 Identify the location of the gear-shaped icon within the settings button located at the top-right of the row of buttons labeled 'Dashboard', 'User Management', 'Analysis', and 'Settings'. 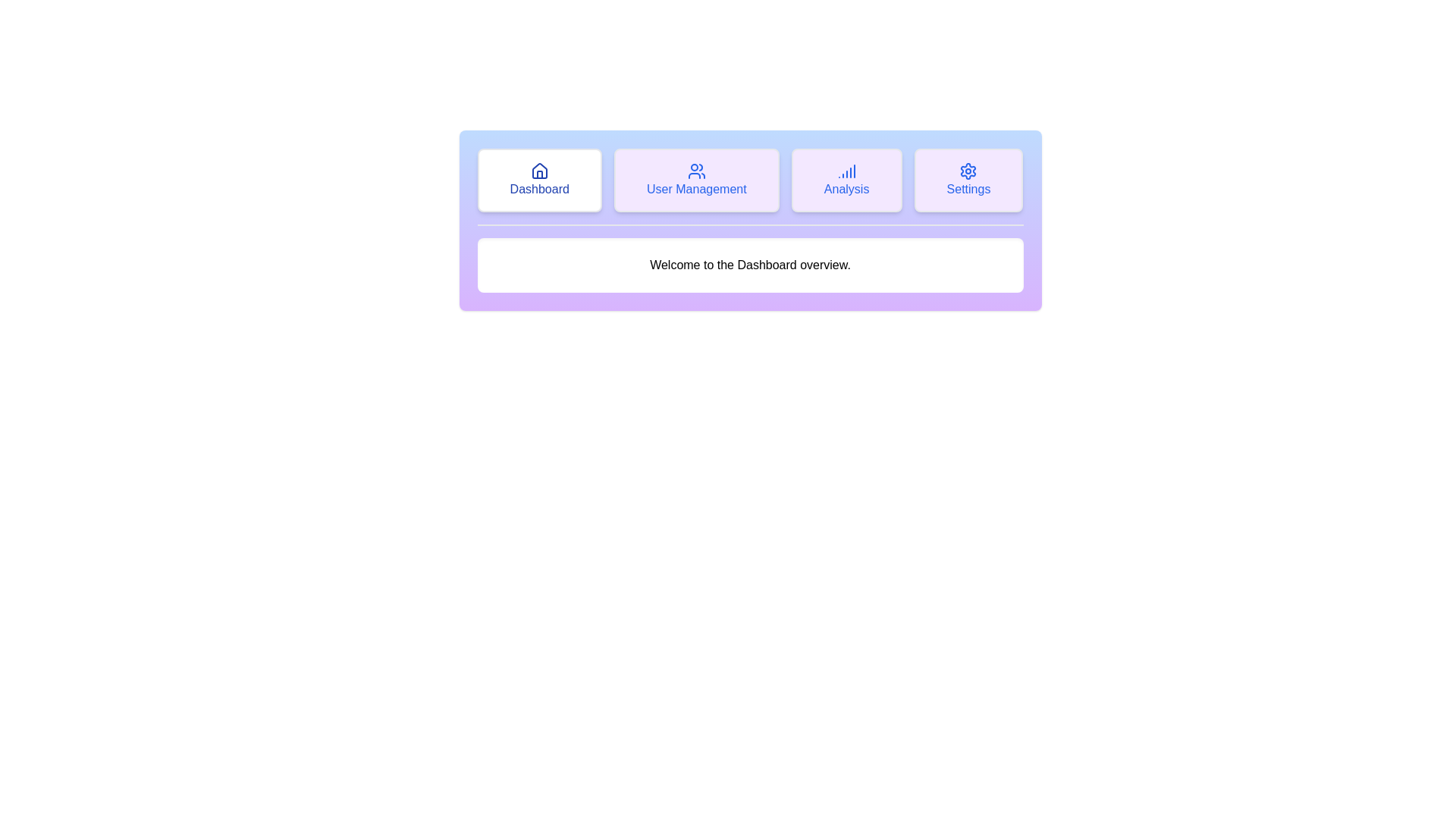
(968, 171).